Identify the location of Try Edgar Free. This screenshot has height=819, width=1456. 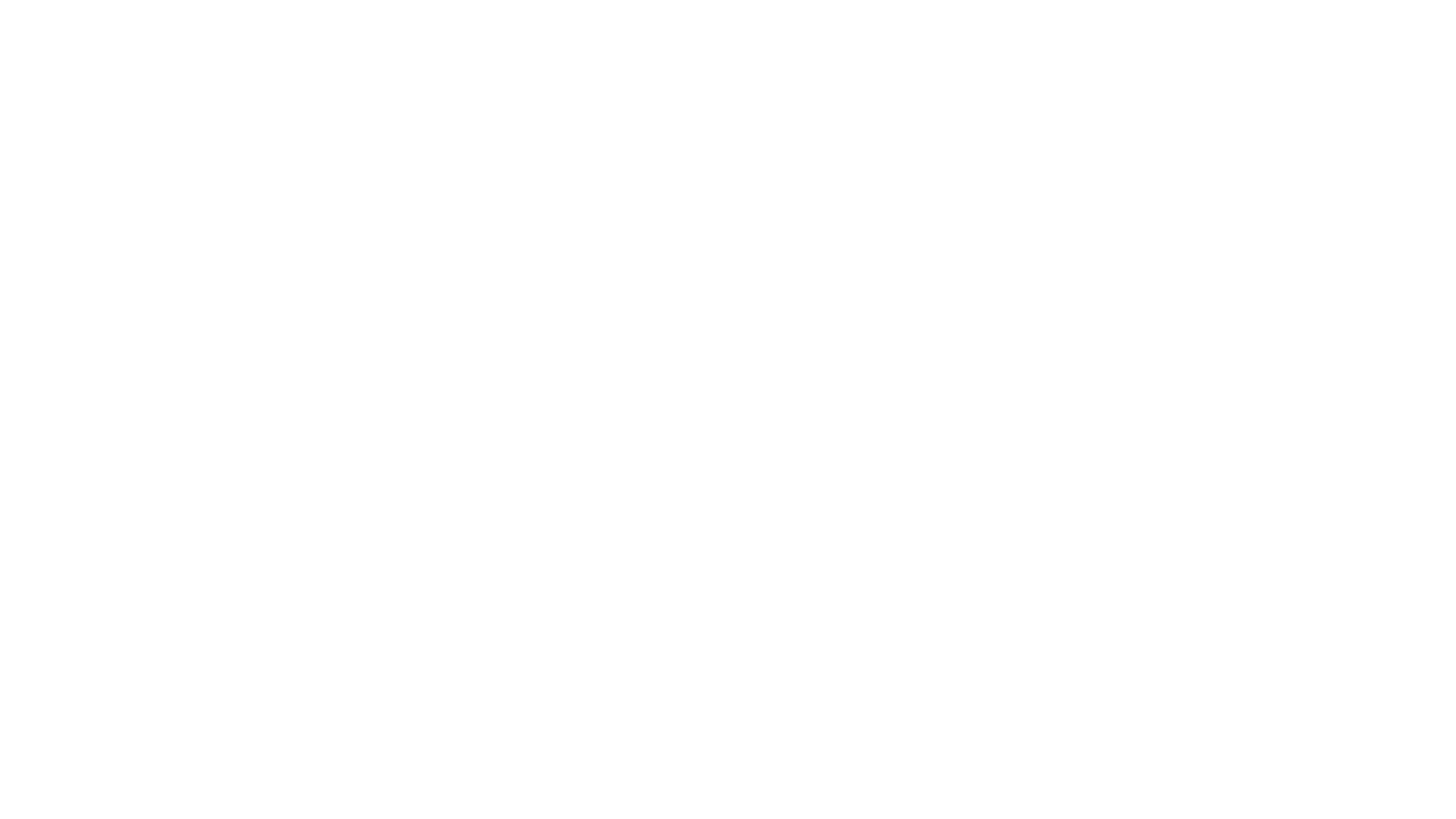
(1106, 42).